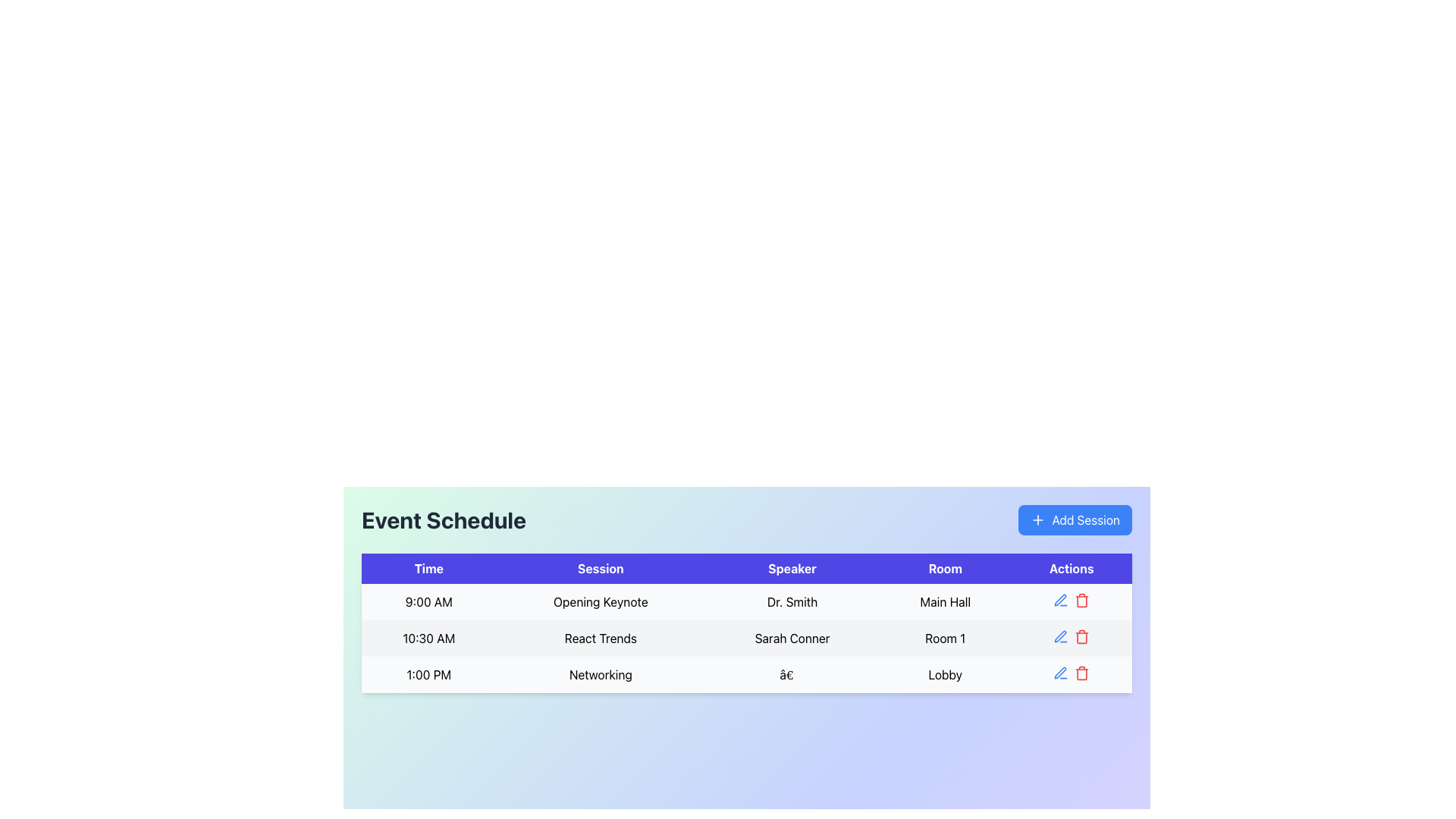 The image size is (1456, 819). I want to click on the edit button for the 'Networking' session scheduled at 1:00 PM in the 'Lobby', so click(1060, 672).